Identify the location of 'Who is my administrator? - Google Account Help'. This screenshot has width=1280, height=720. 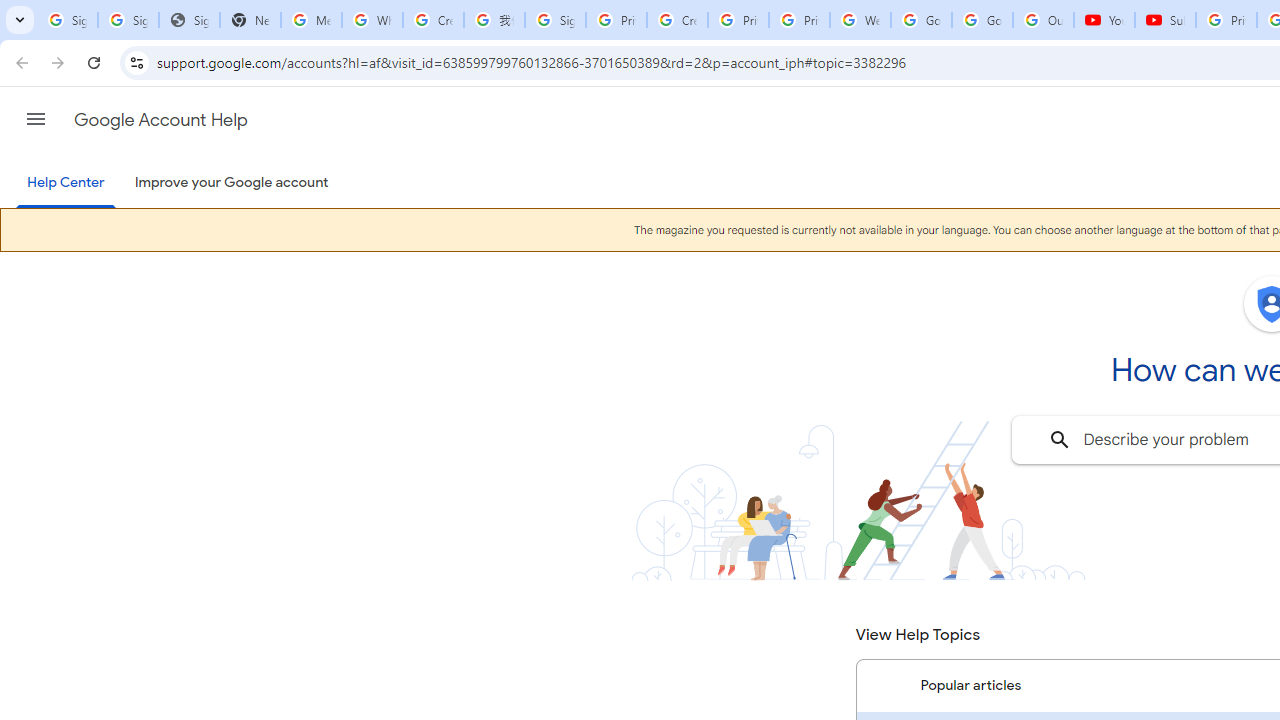
(372, 20).